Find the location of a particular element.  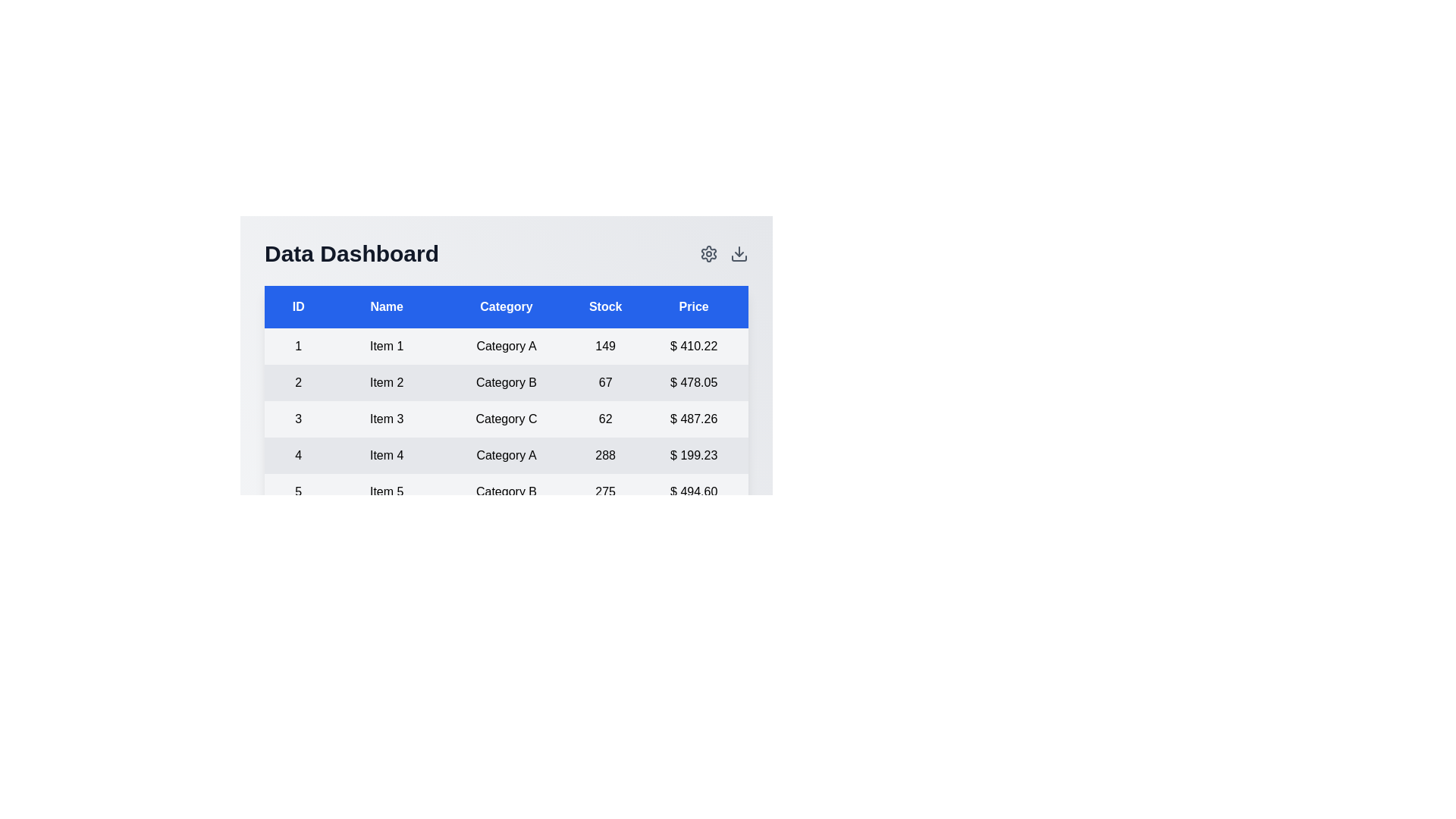

the download icon to perform the respective action is located at coordinates (739, 253).